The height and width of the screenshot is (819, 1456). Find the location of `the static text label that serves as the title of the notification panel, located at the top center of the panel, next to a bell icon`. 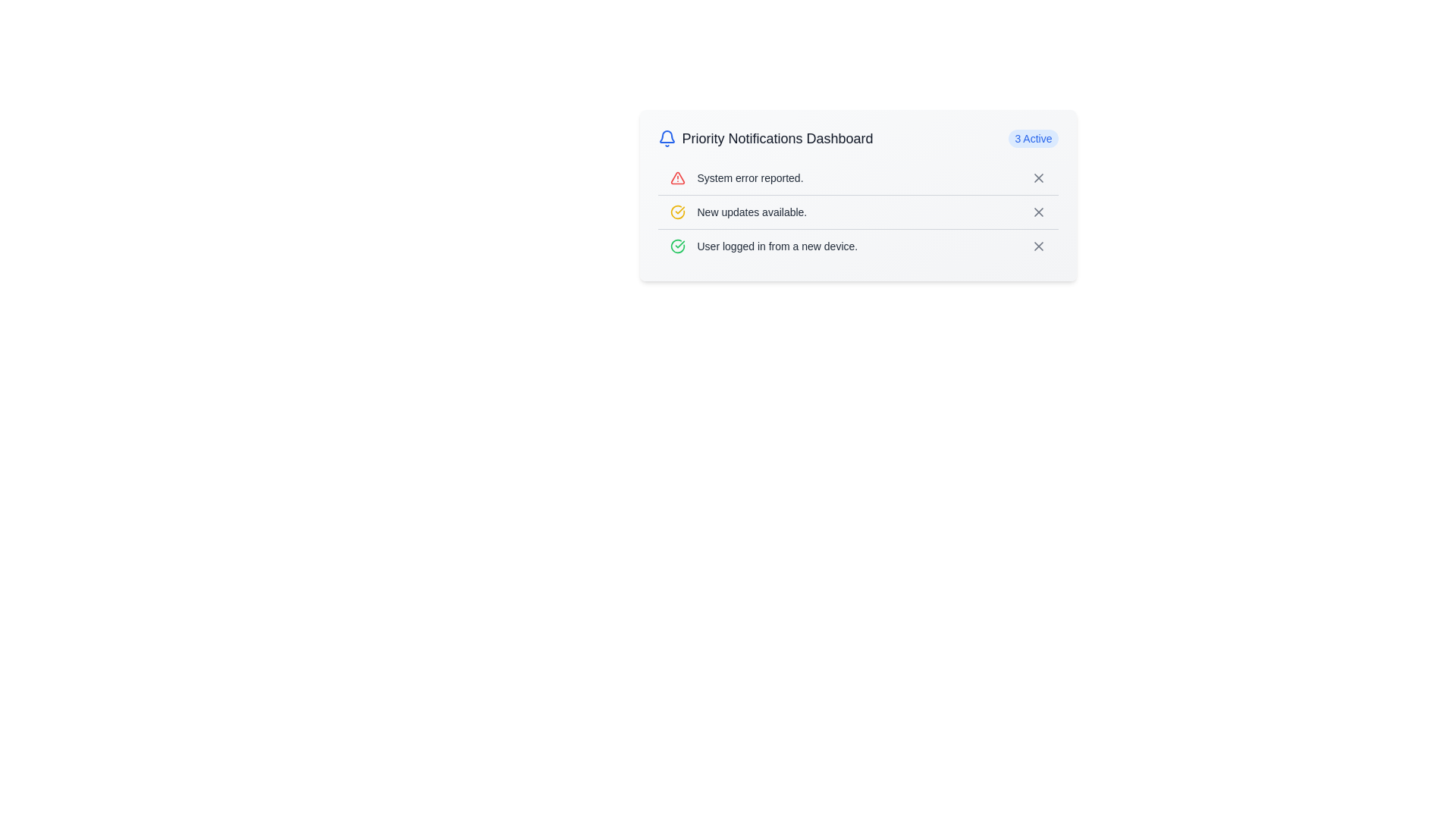

the static text label that serves as the title of the notification panel, located at the top center of the panel, next to a bell icon is located at coordinates (777, 138).